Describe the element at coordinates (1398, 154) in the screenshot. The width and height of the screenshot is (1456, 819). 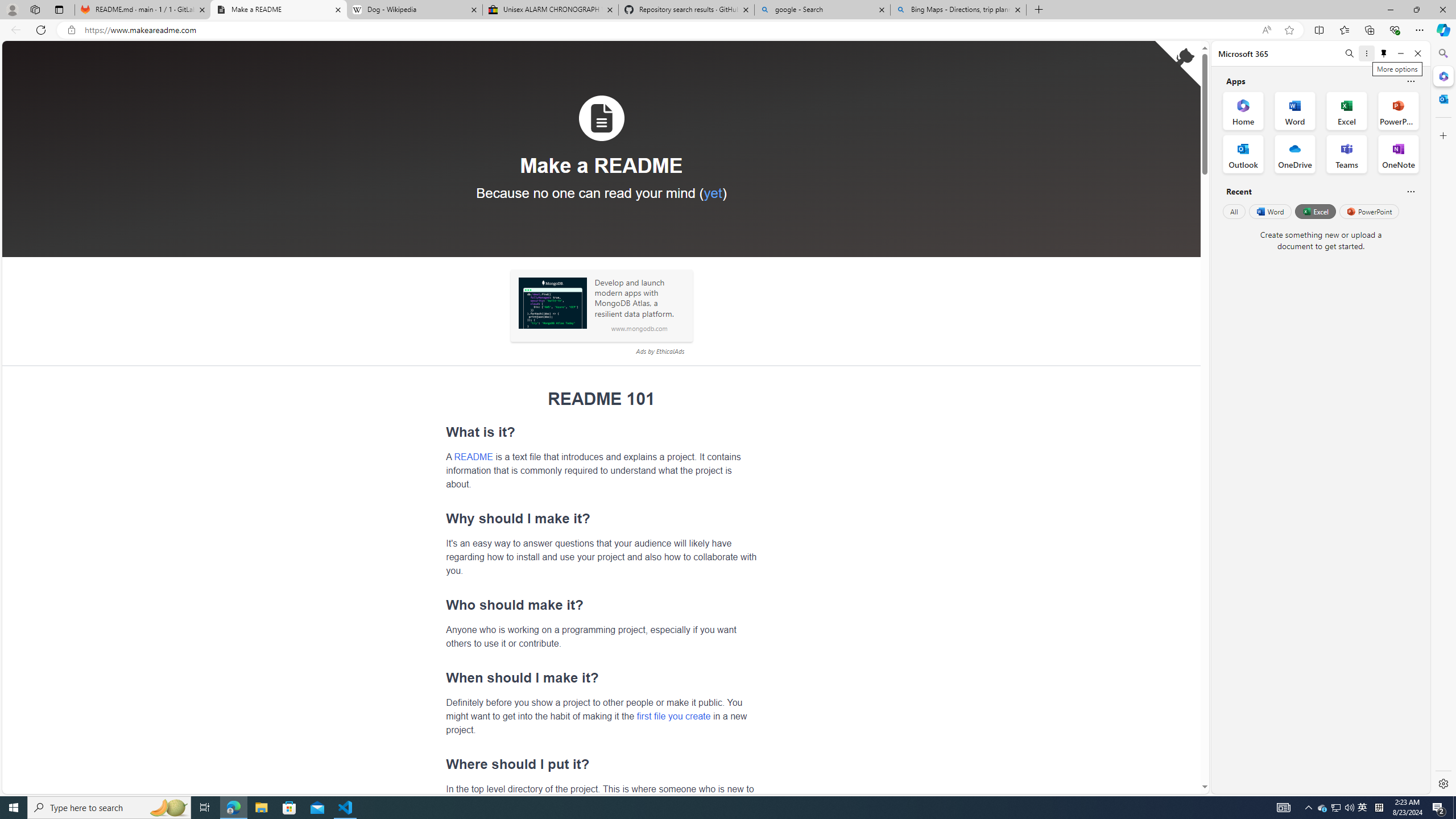
I see `'OneNote Office App'` at that location.